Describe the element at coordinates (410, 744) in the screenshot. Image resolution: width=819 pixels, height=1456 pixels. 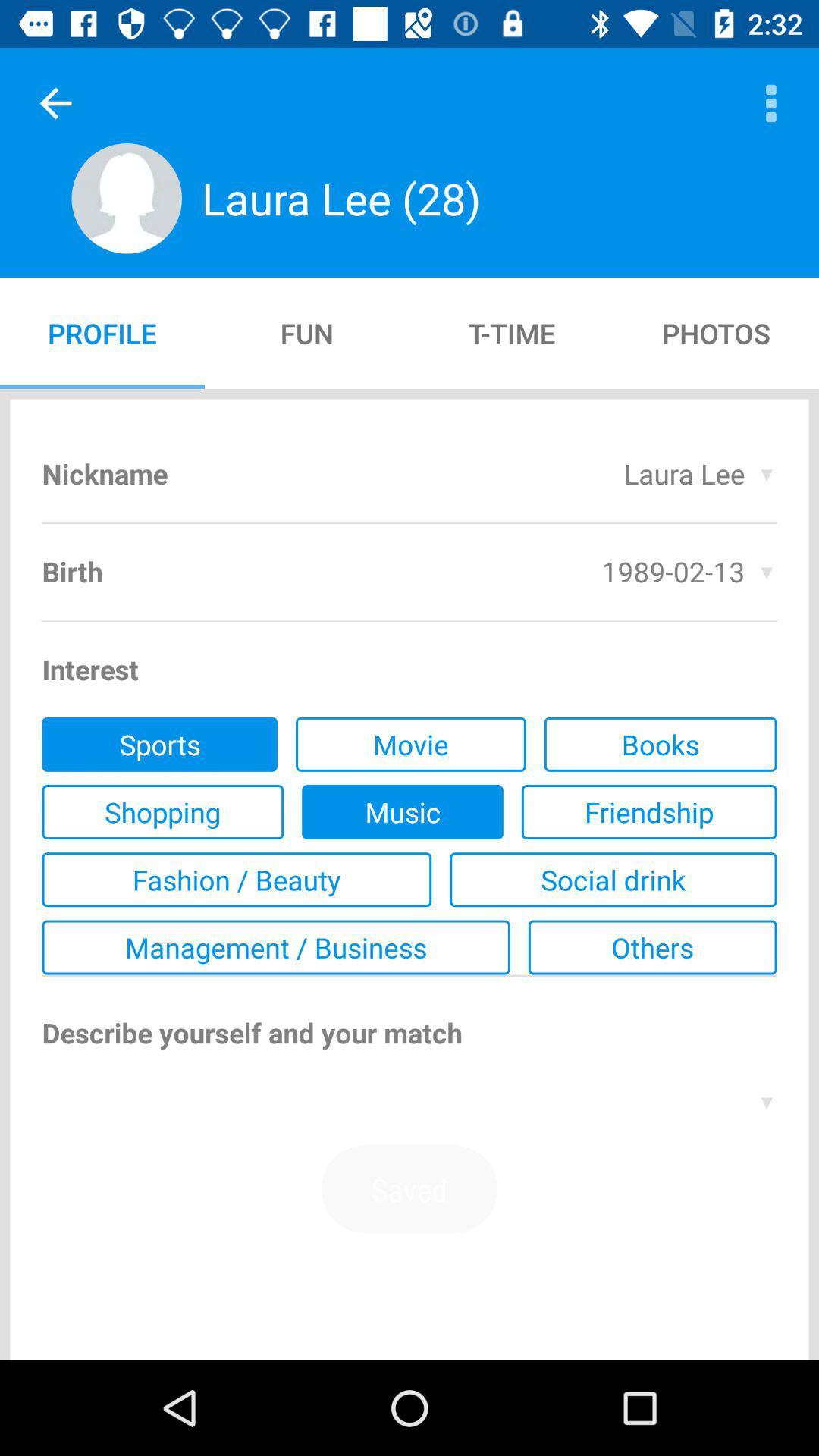
I see `the icon next to books` at that location.